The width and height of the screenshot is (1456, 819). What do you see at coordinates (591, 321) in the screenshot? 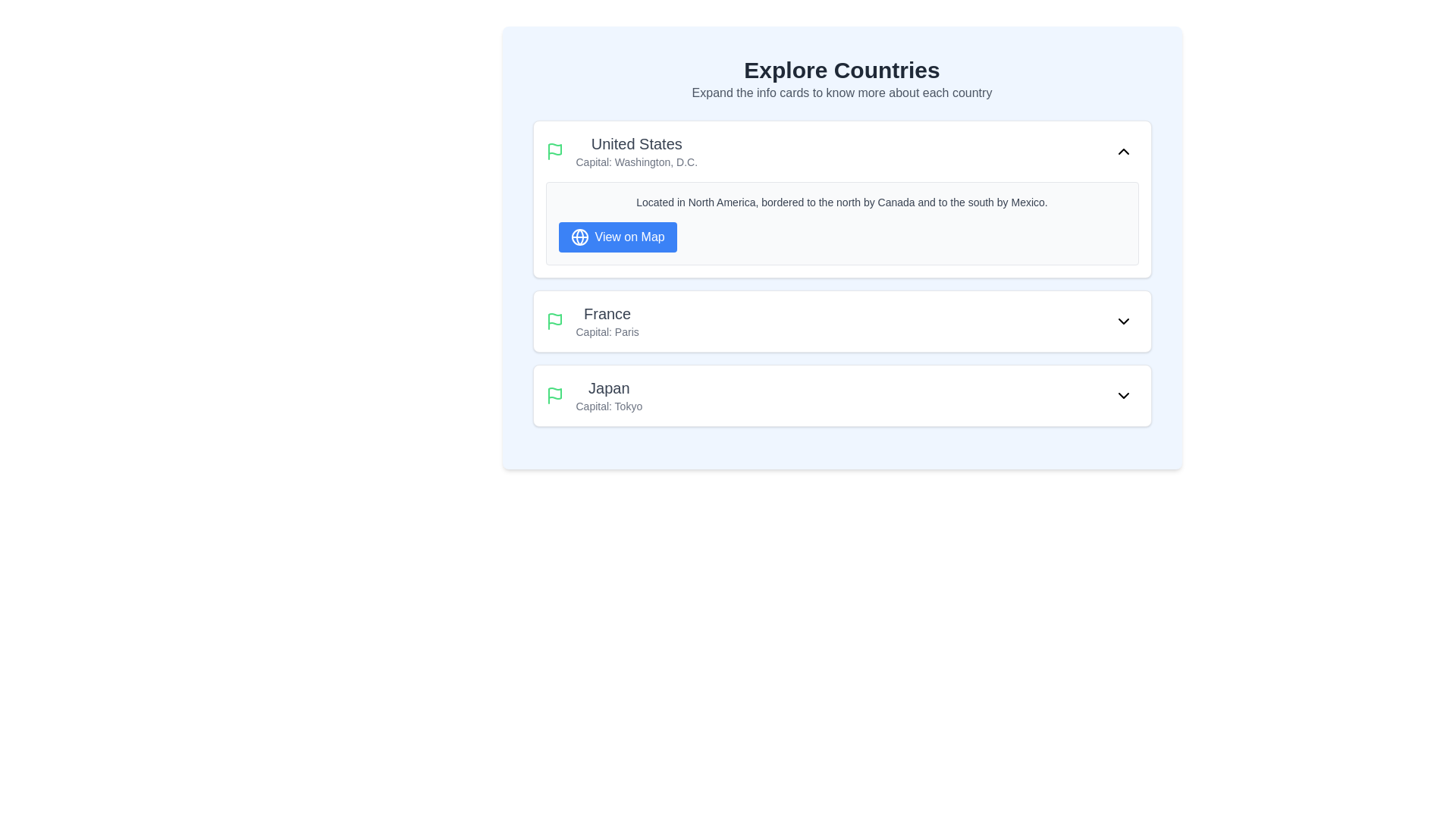
I see `the list item displaying 'France' with a green flag icon, which shows 'Capital: Paris' below it` at bounding box center [591, 321].